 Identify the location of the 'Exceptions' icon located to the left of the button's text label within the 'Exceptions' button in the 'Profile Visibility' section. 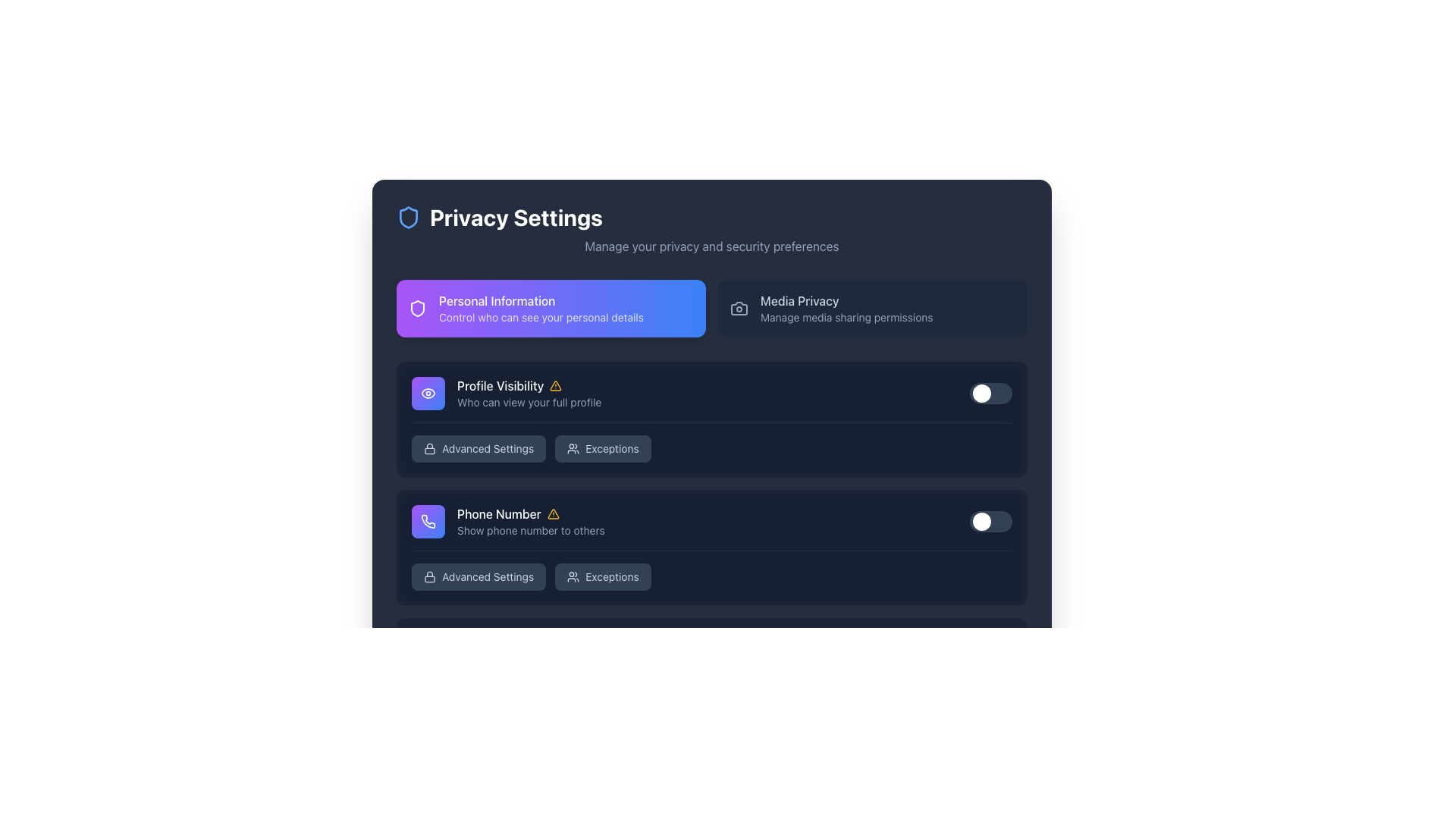
(573, 576).